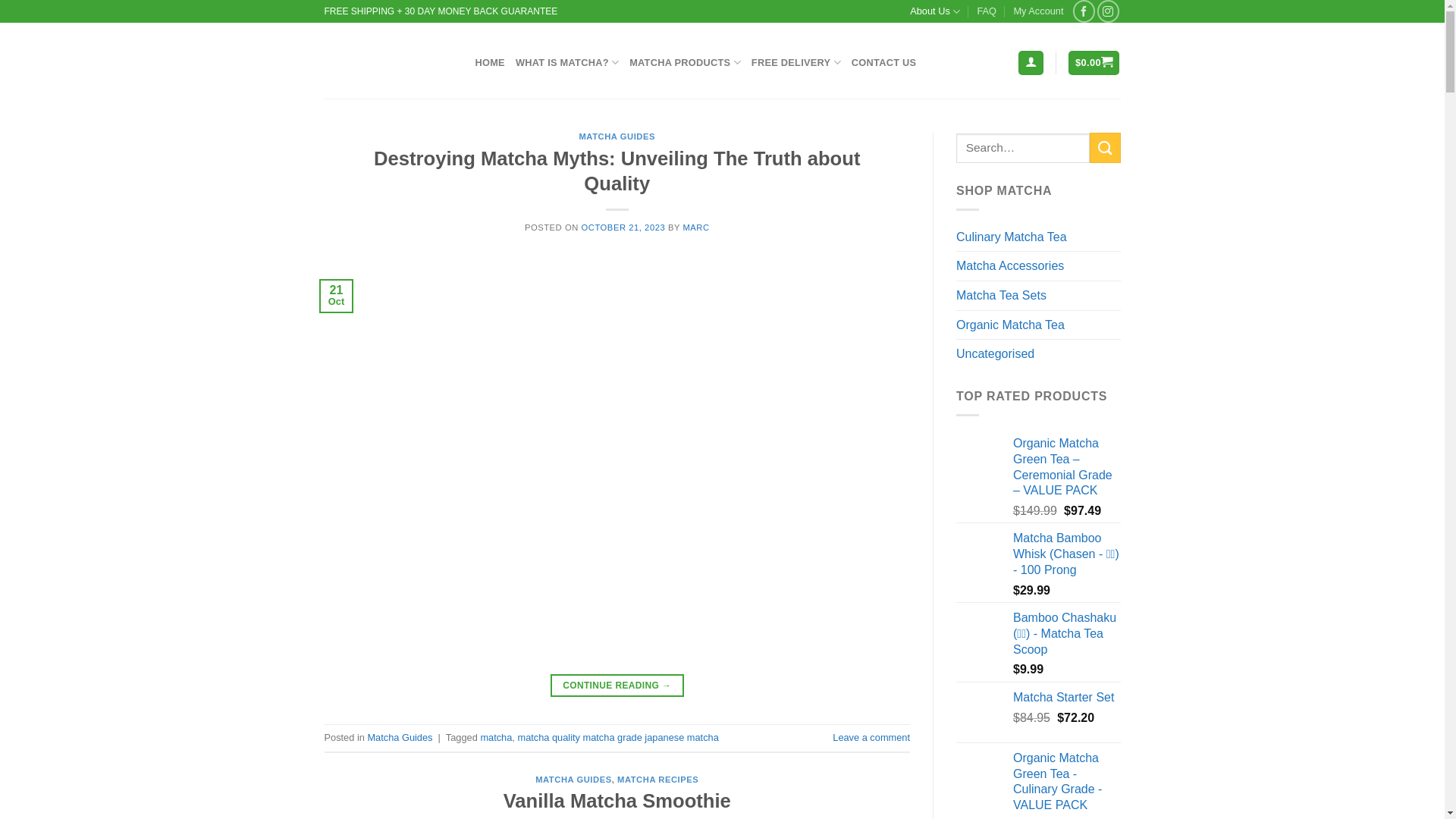  I want to click on 'Leave a comment', so click(871, 736).